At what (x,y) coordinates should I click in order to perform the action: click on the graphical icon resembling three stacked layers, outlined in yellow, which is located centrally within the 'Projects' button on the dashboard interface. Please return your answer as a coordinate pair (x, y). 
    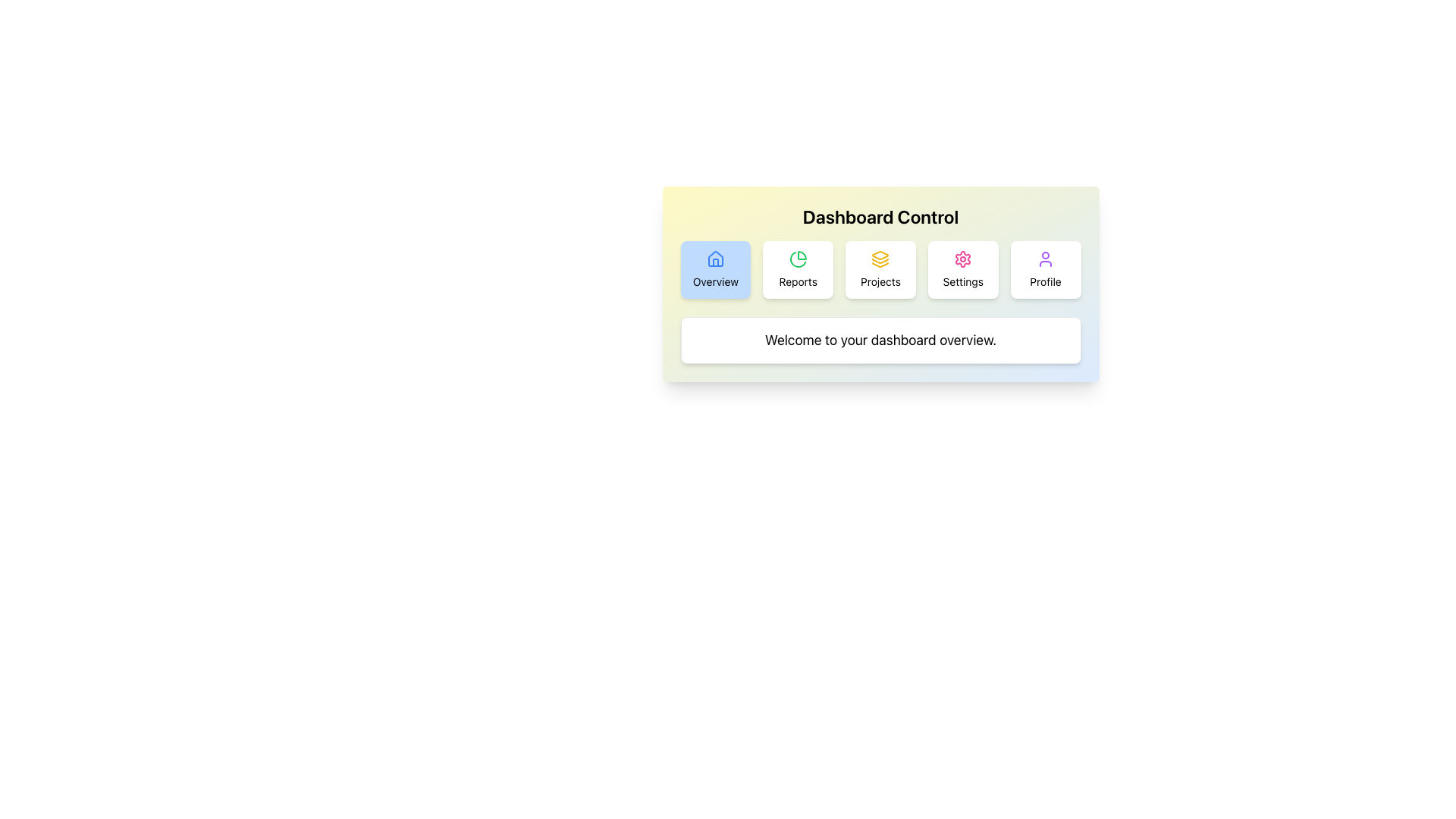
    Looking at the image, I should click on (880, 259).